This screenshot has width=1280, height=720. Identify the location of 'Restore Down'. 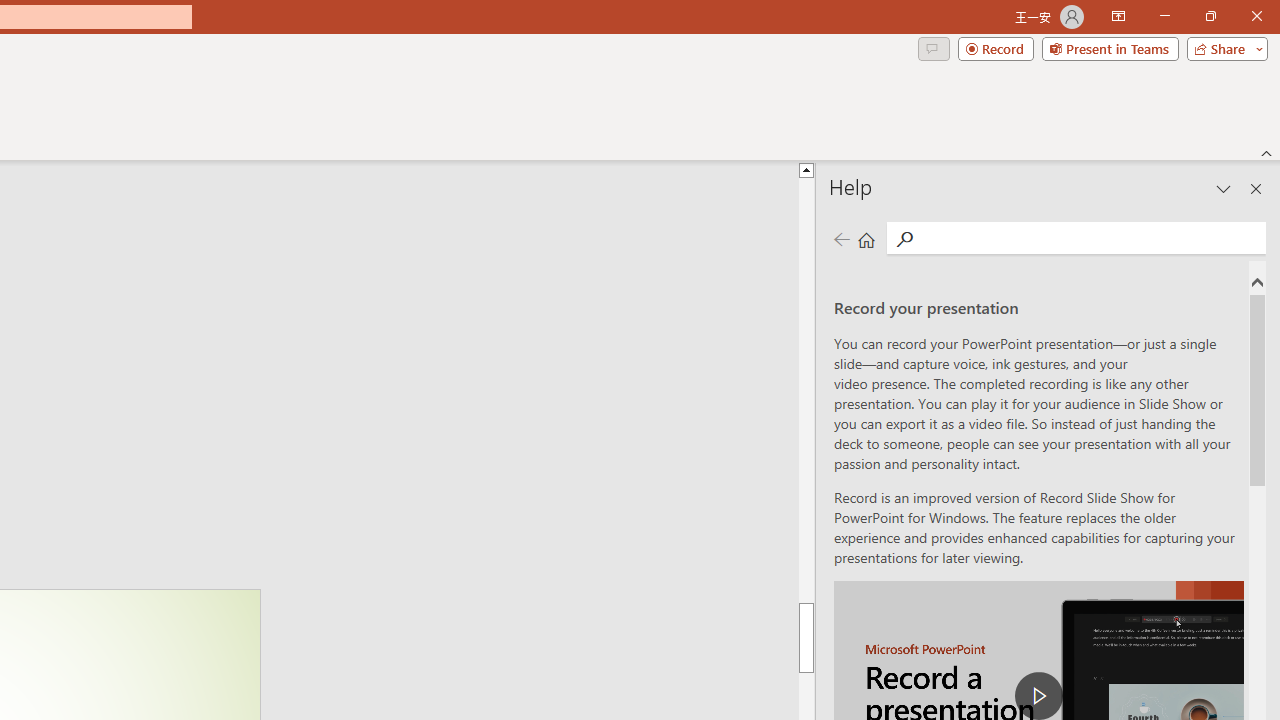
(1209, 16).